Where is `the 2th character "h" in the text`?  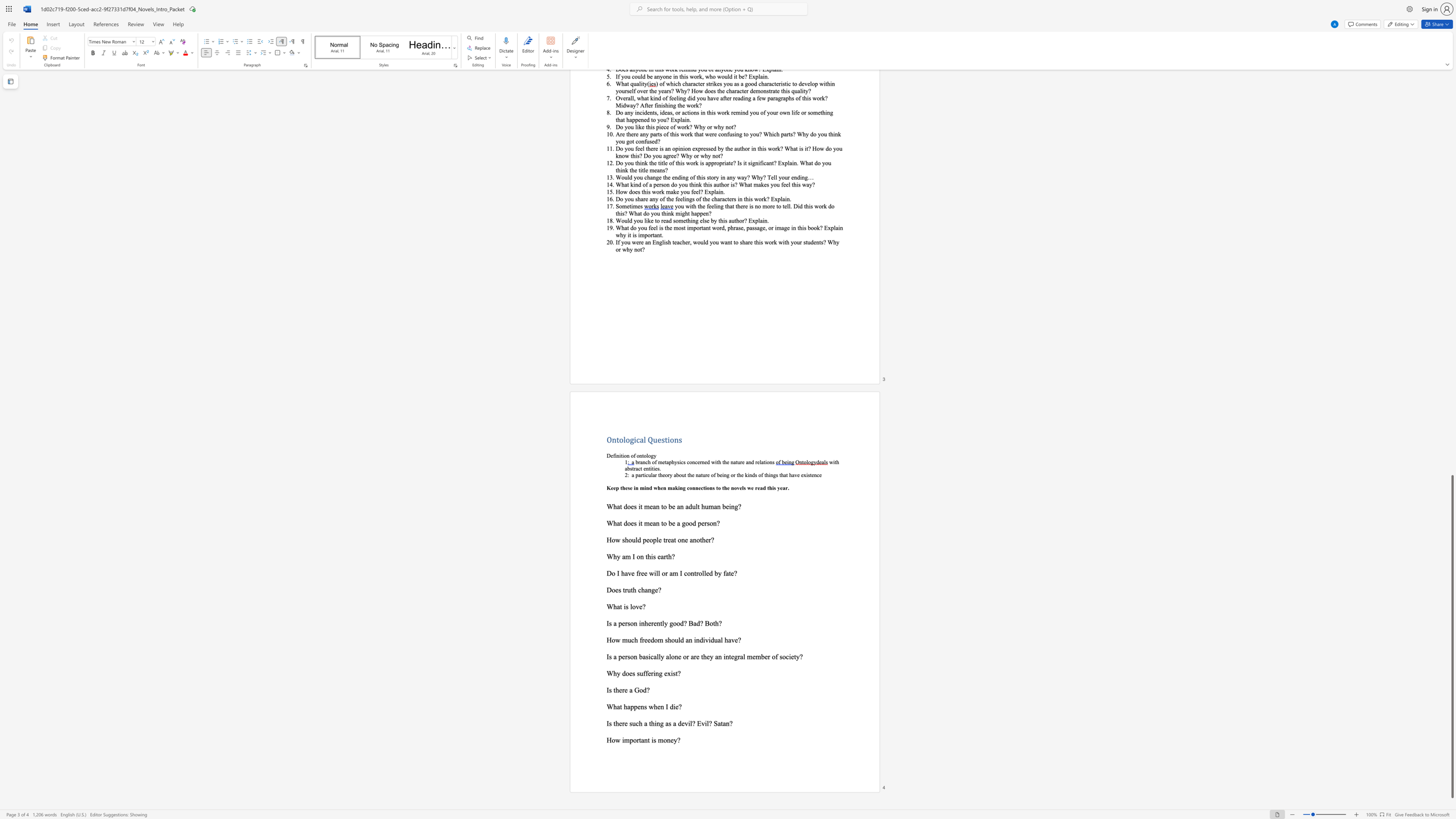
the 2th character "h" in the text is located at coordinates (625, 707).